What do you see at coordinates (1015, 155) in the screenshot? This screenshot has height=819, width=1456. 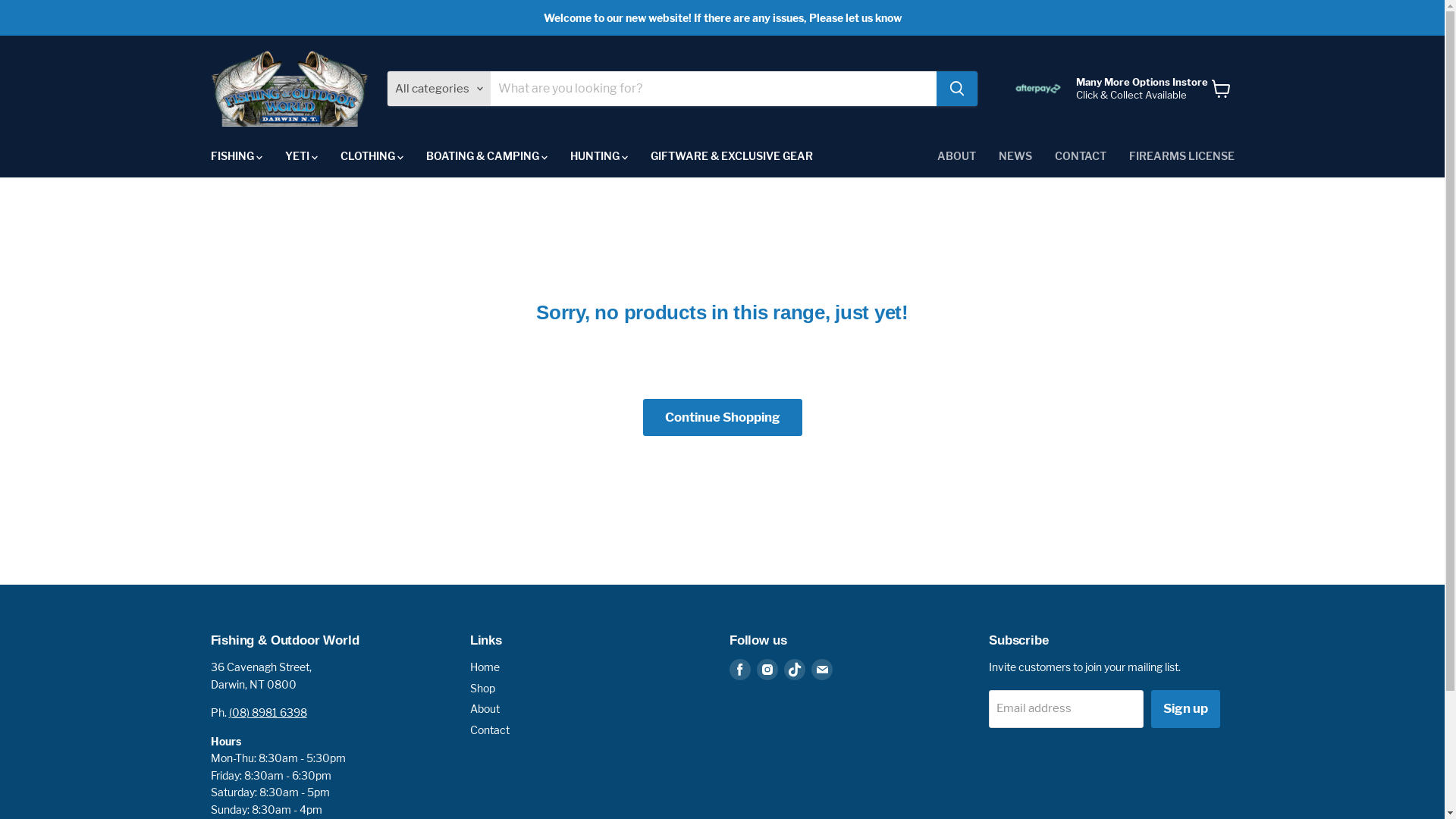 I see `'NEWS'` at bounding box center [1015, 155].